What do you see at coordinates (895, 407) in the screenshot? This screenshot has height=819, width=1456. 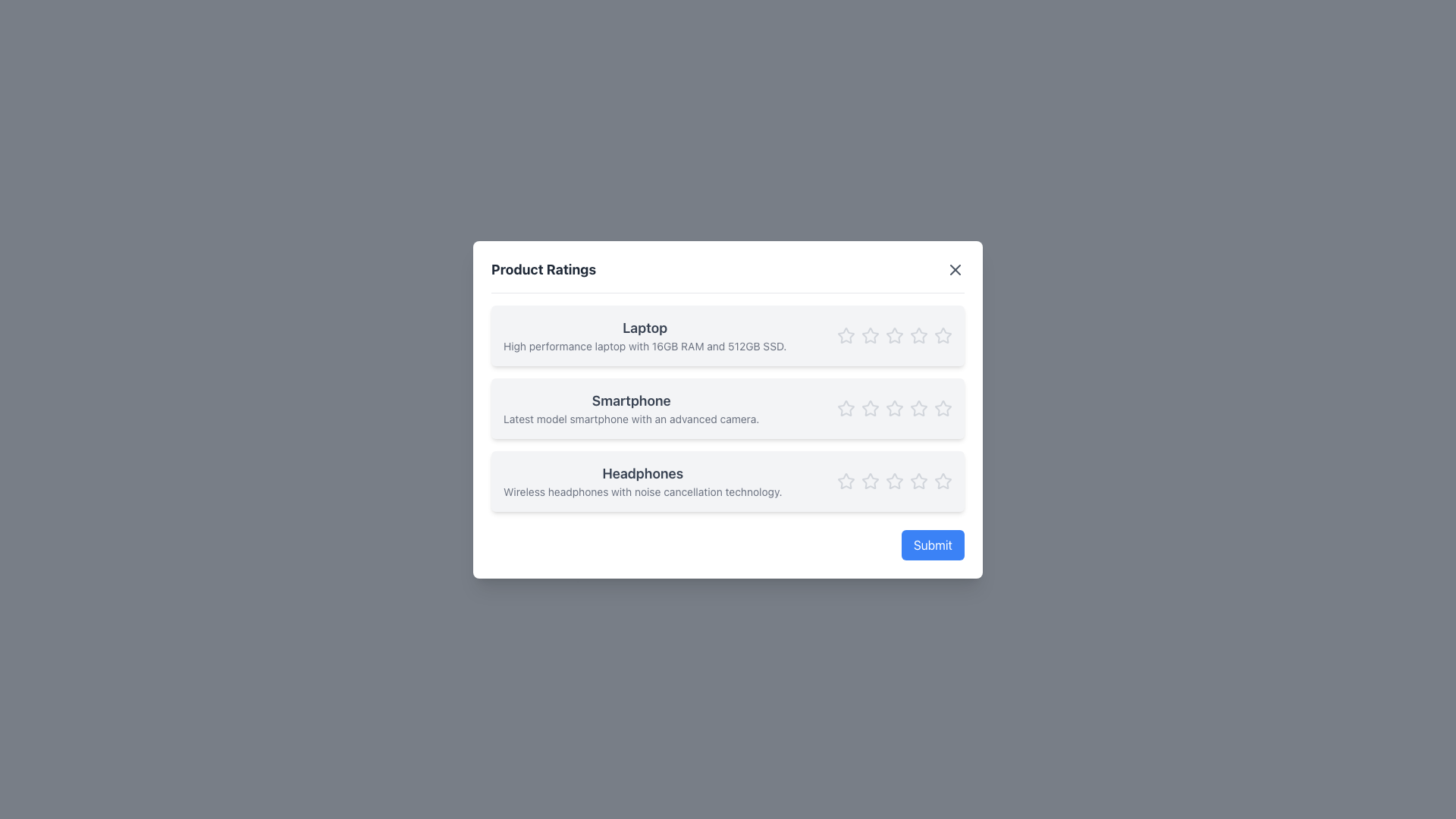 I see `the third star in the rating control for the 'Smartphone' product` at bounding box center [895, 407].